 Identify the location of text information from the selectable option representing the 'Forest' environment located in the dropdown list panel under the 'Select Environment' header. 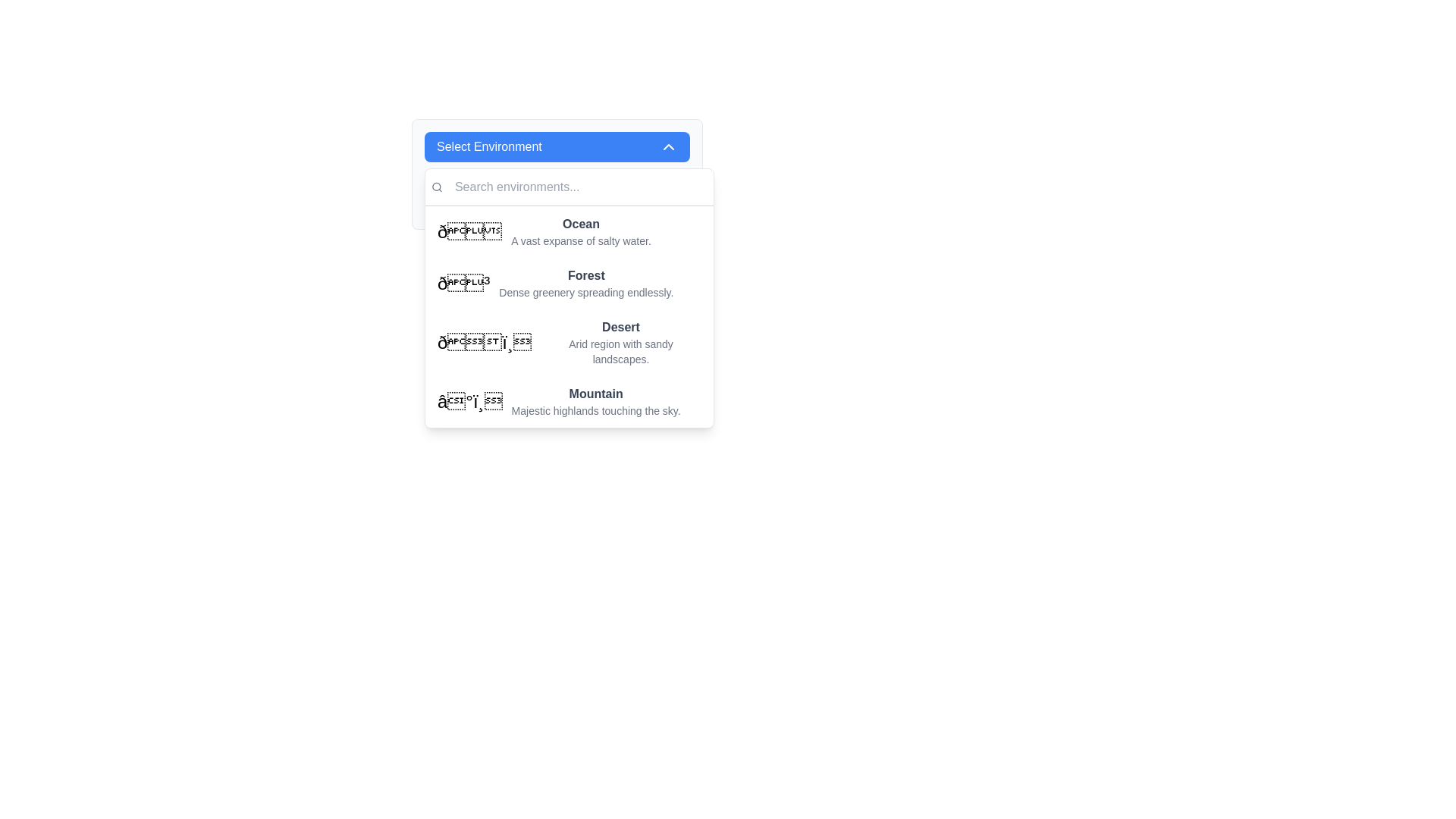
(585, 284).